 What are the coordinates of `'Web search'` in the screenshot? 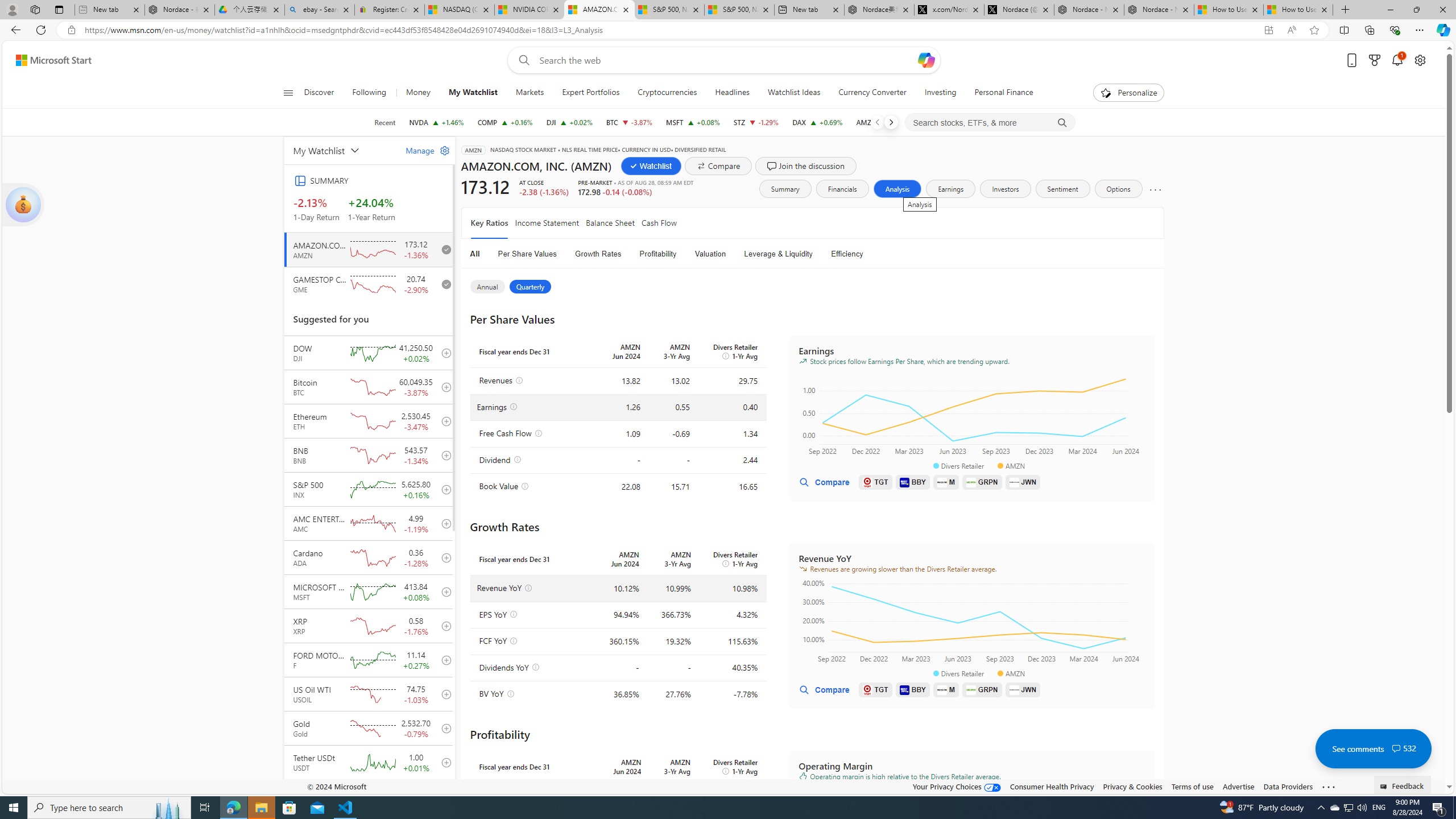 It's located at (521, 60).